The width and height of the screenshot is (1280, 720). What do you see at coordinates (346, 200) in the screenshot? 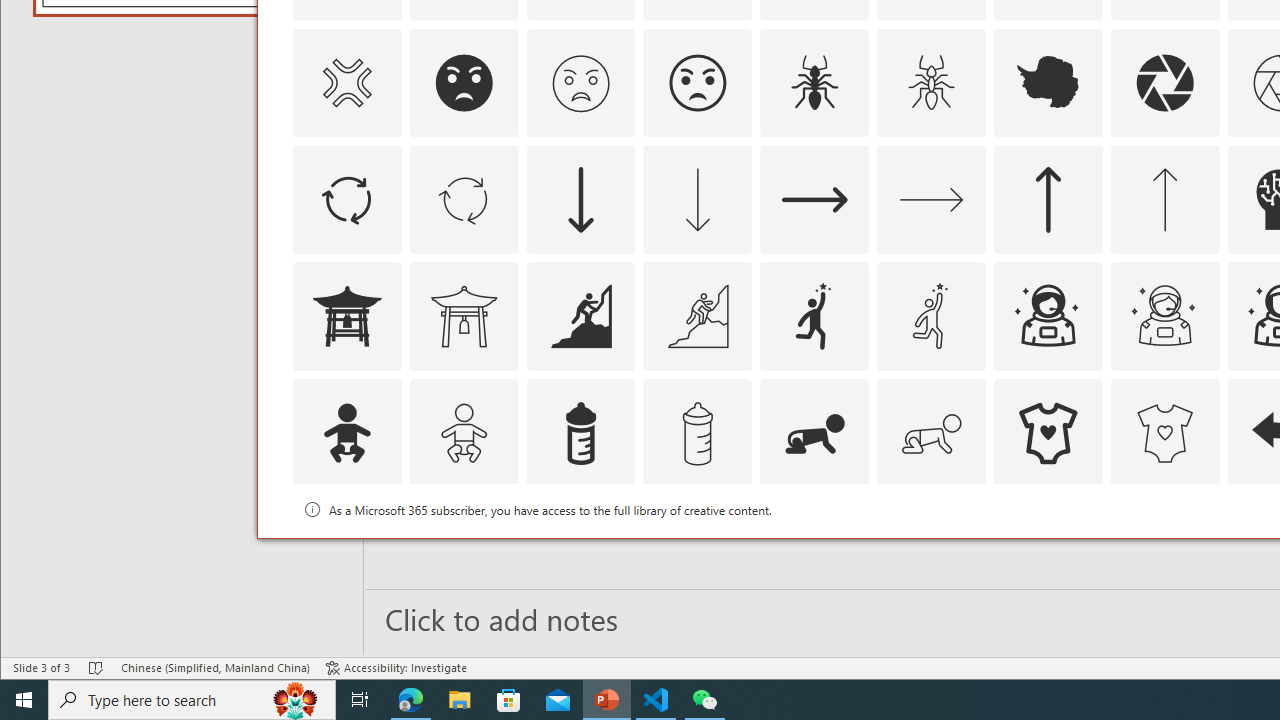
I see `'AutomationID: Icons_ArrowCircle'` at bounding box center [346, 200].